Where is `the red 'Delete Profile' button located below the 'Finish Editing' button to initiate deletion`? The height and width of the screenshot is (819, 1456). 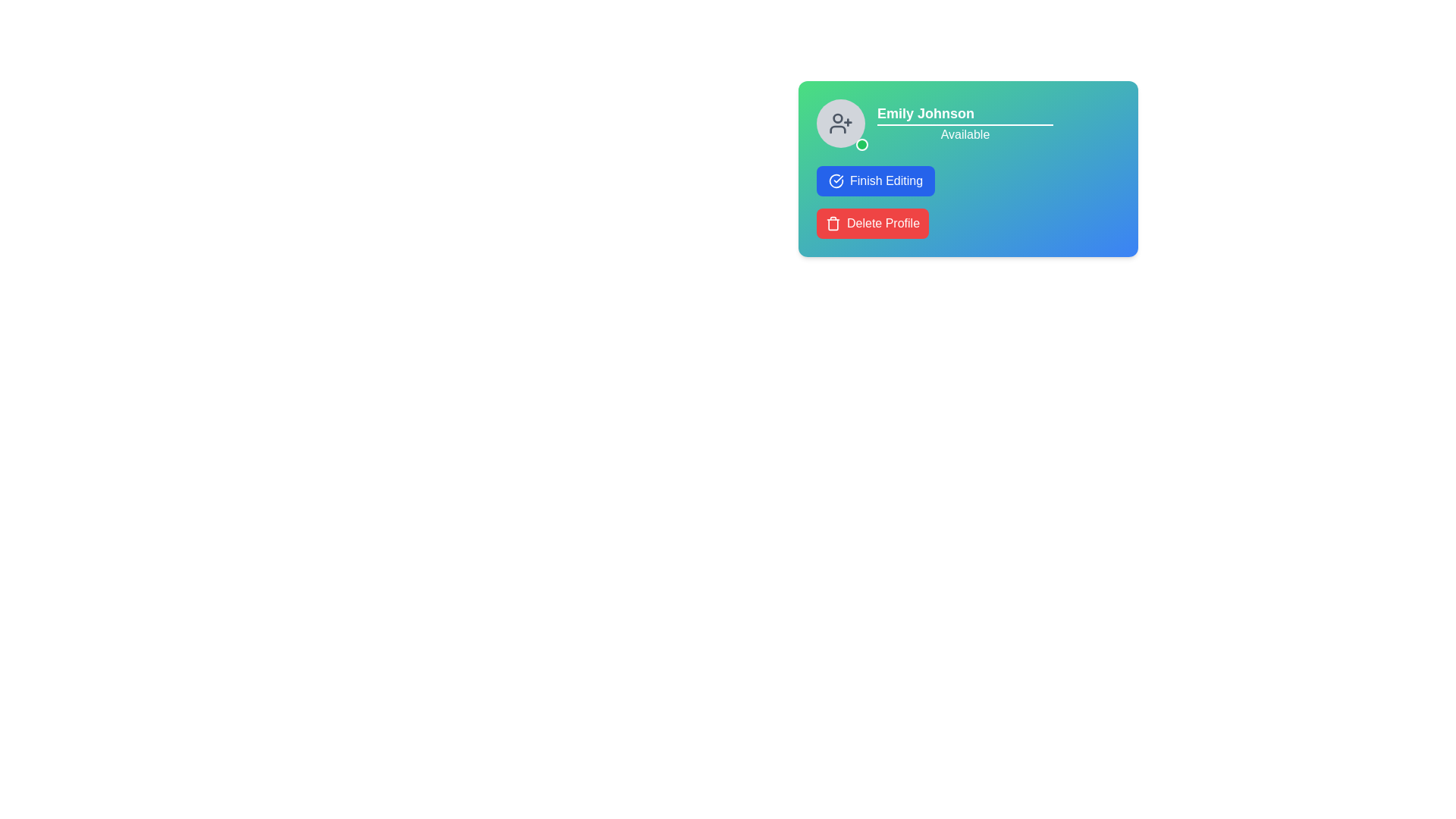
the red 'Delete Profile' button located below the 'Finish Editing' button to initiate deletion is located at coordinates (873, 223).